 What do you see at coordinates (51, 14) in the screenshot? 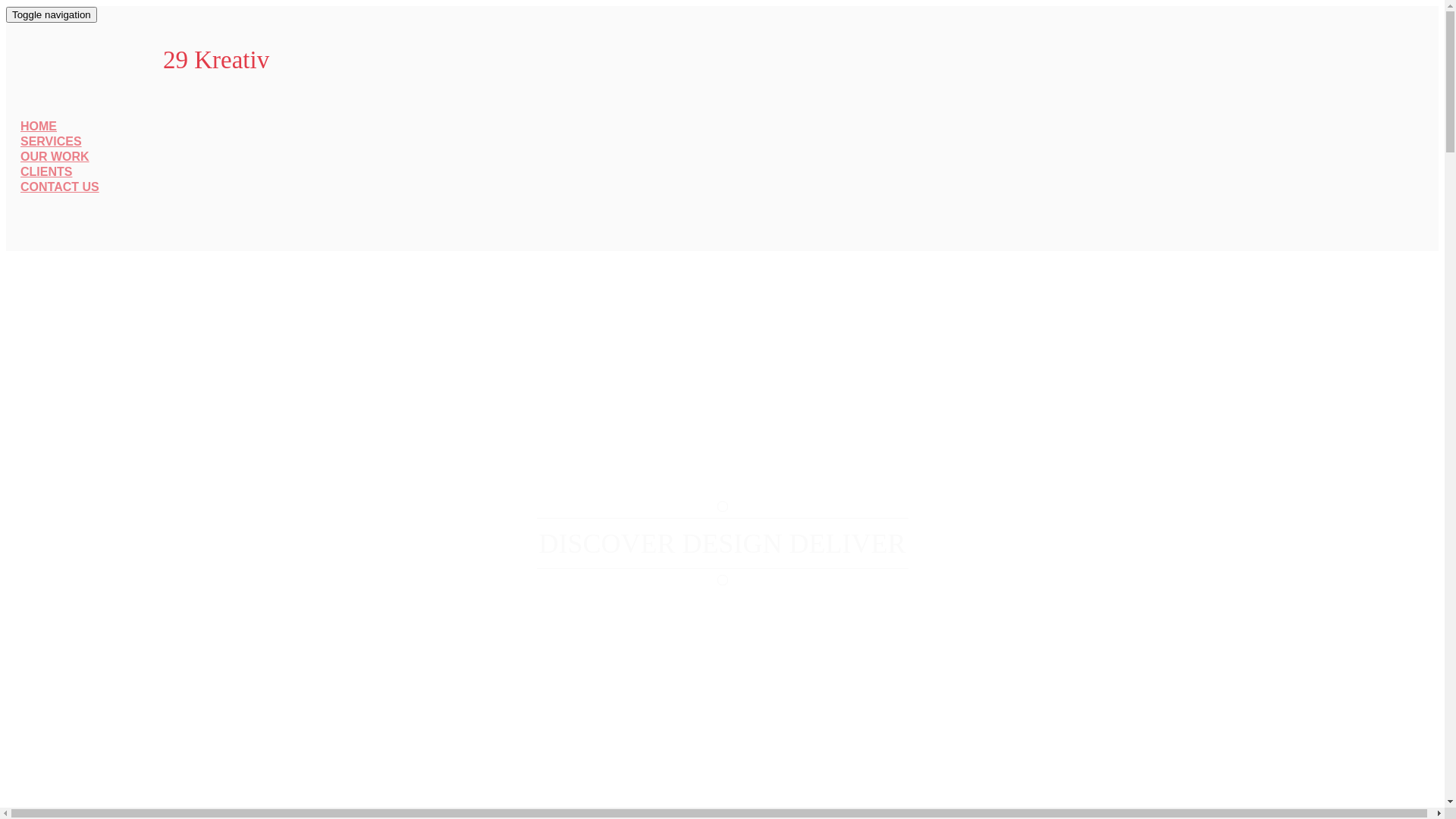
I see `'Toggle navigation'` at bounding box center [51, 14].